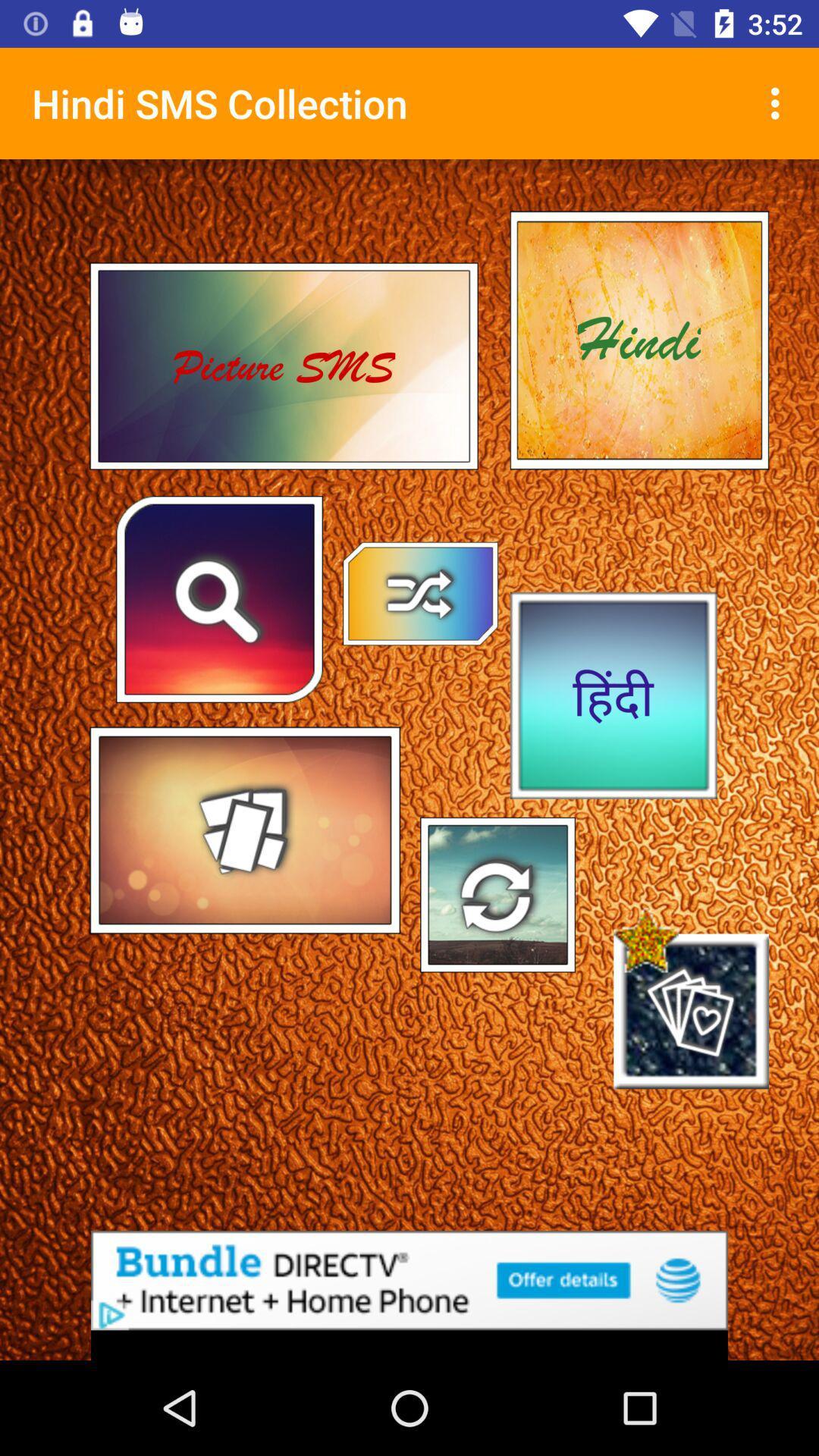  What do you see at coordinates (409, 1279) in the screenshot?
I see `the advertised site` at bounding box center [409, 1279].